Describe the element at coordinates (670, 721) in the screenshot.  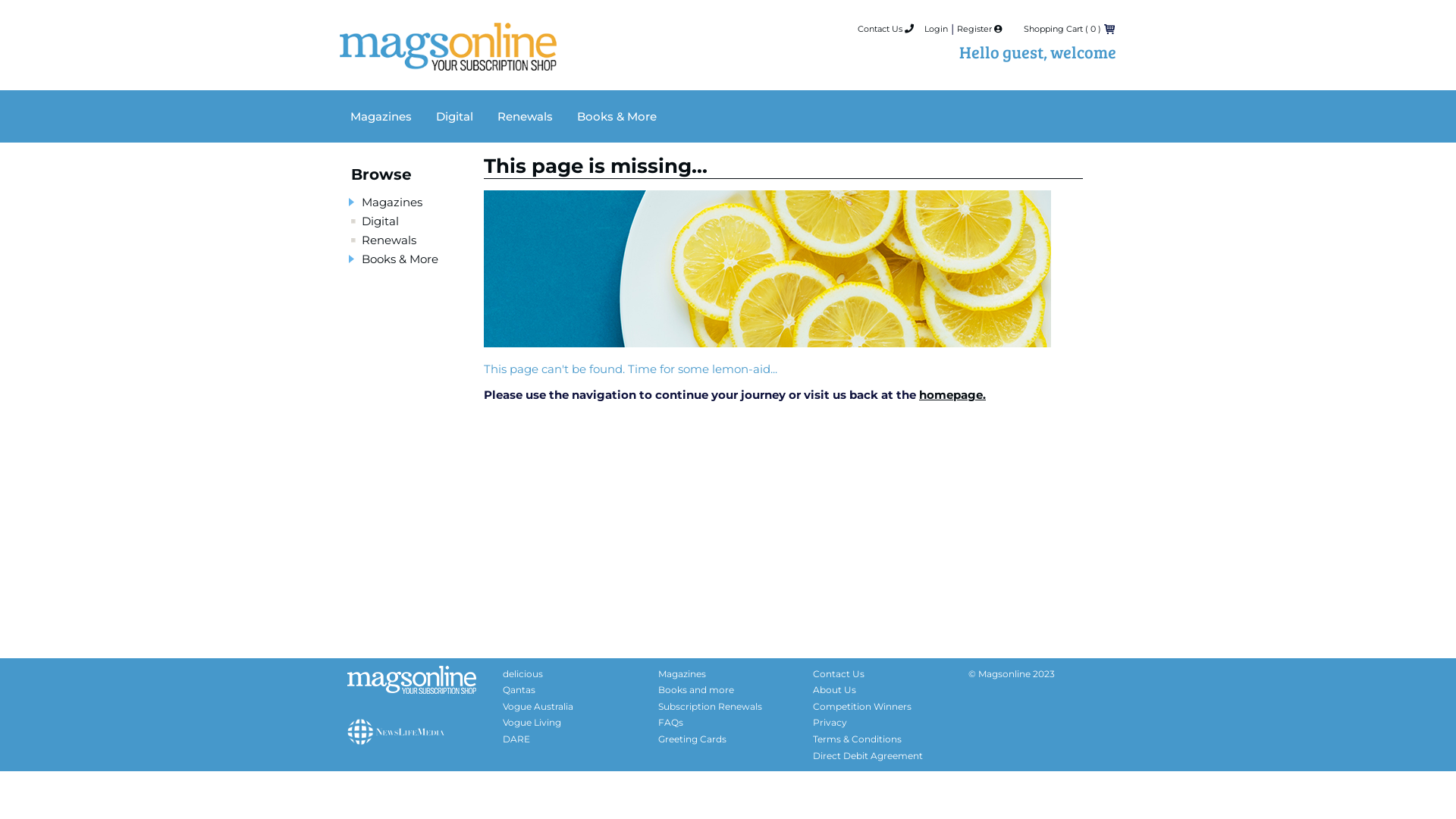
I see `'FAQs'` at that location.